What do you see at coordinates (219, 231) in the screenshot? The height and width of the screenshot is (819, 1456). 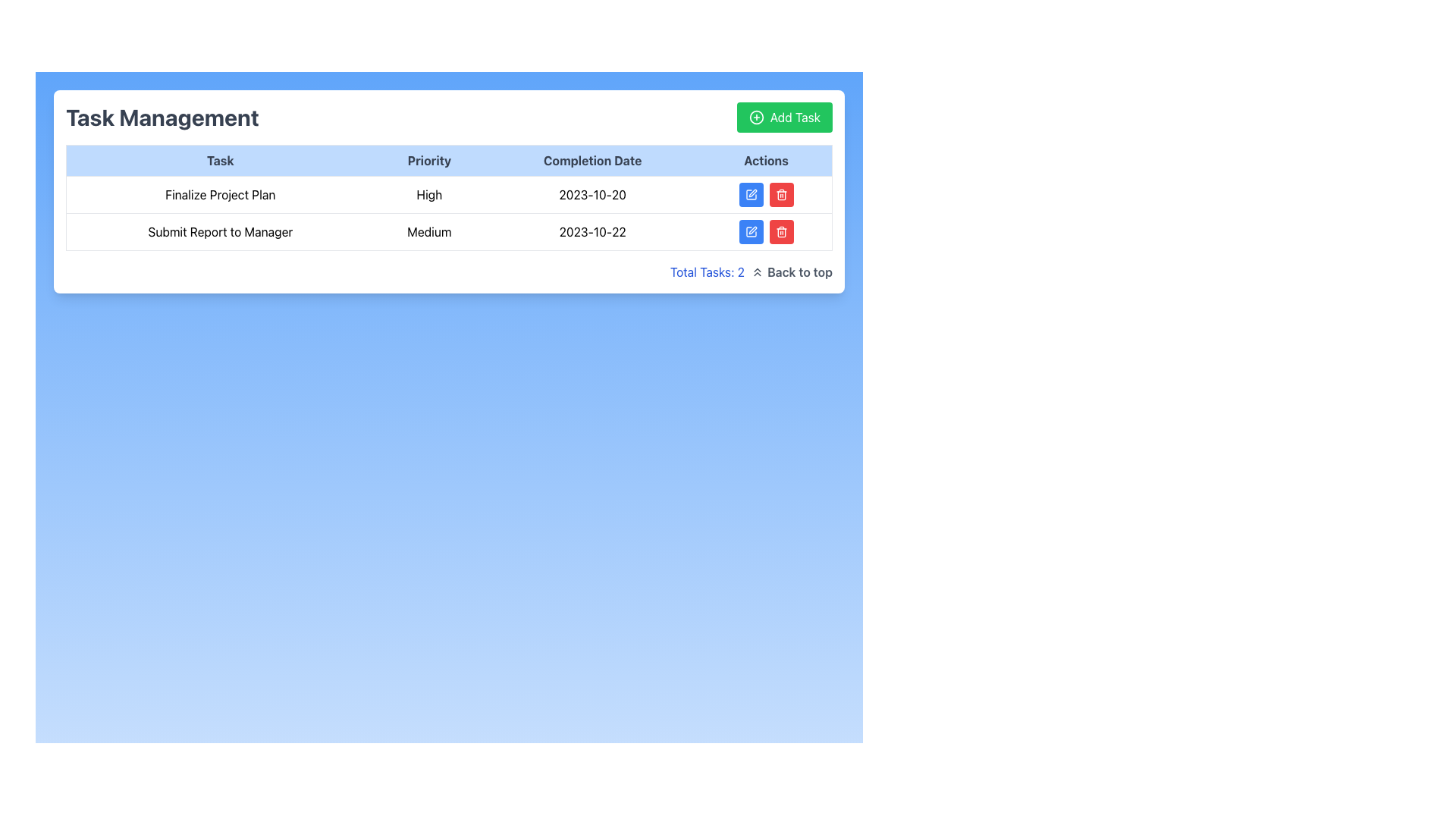 I see `the Static Text Label that displays the title of a specific task, located in the second row of a table under the 'Task' column` at bounding box center [219, 231].